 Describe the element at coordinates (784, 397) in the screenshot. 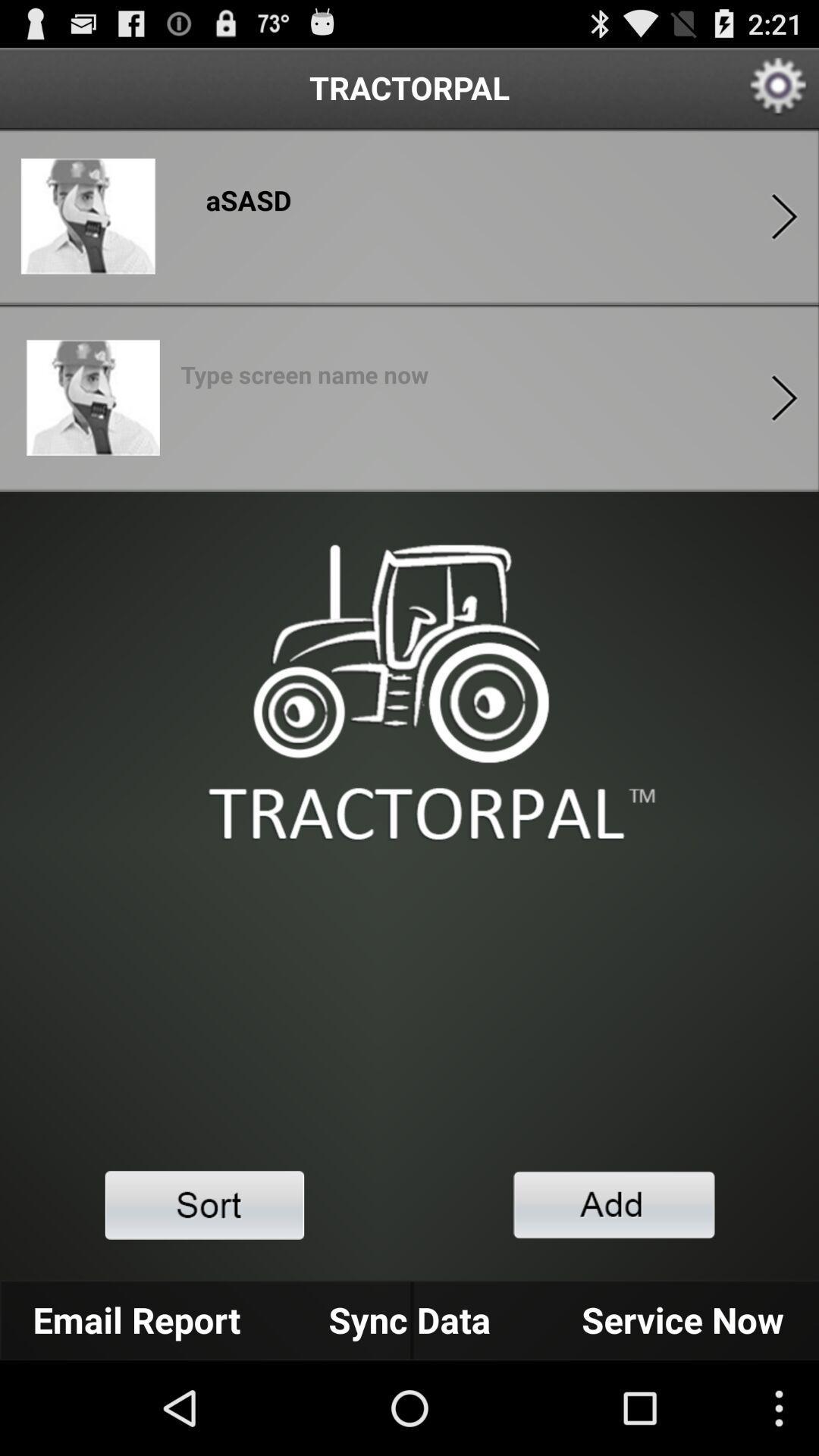

I see `forwad` at that location.